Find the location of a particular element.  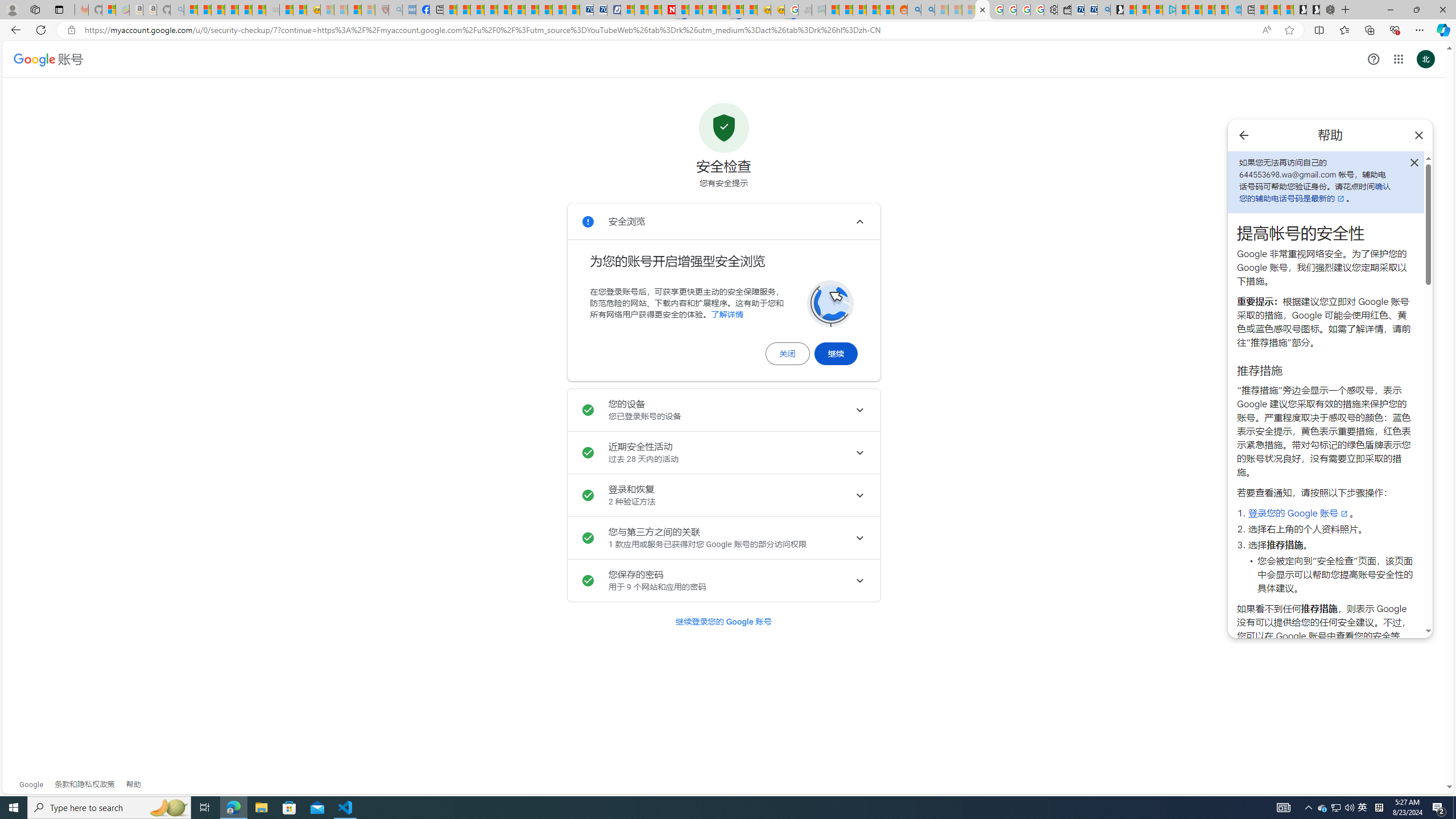

'Newsweek - News, Analysis, Politics, Business, Technology' is located at coordinates (668, 9).